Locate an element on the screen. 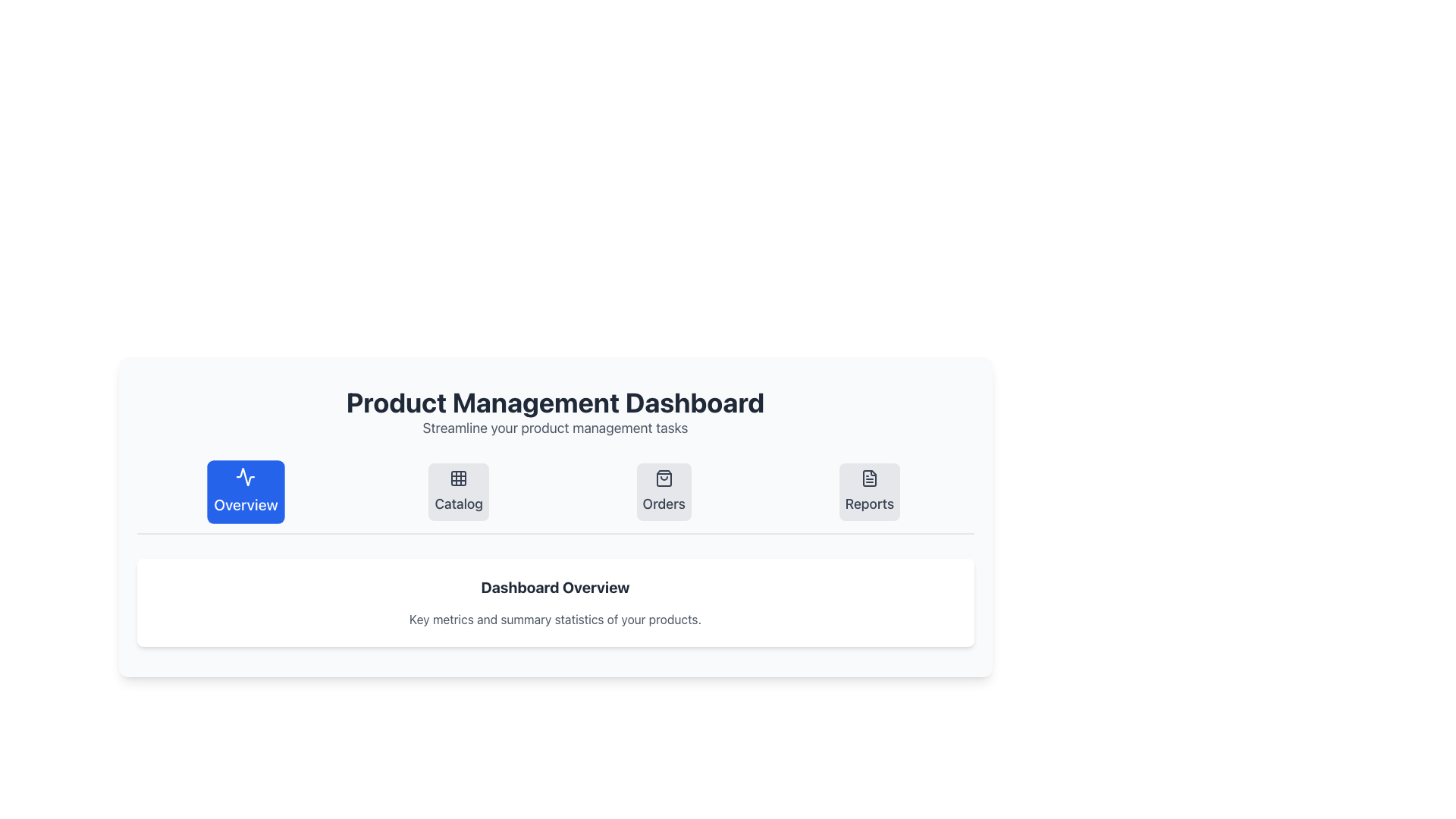 The image size is (1456, 819). the icon indicating access to the 'Reports' section in the dashboard interface is located at coordinates (869, 479).